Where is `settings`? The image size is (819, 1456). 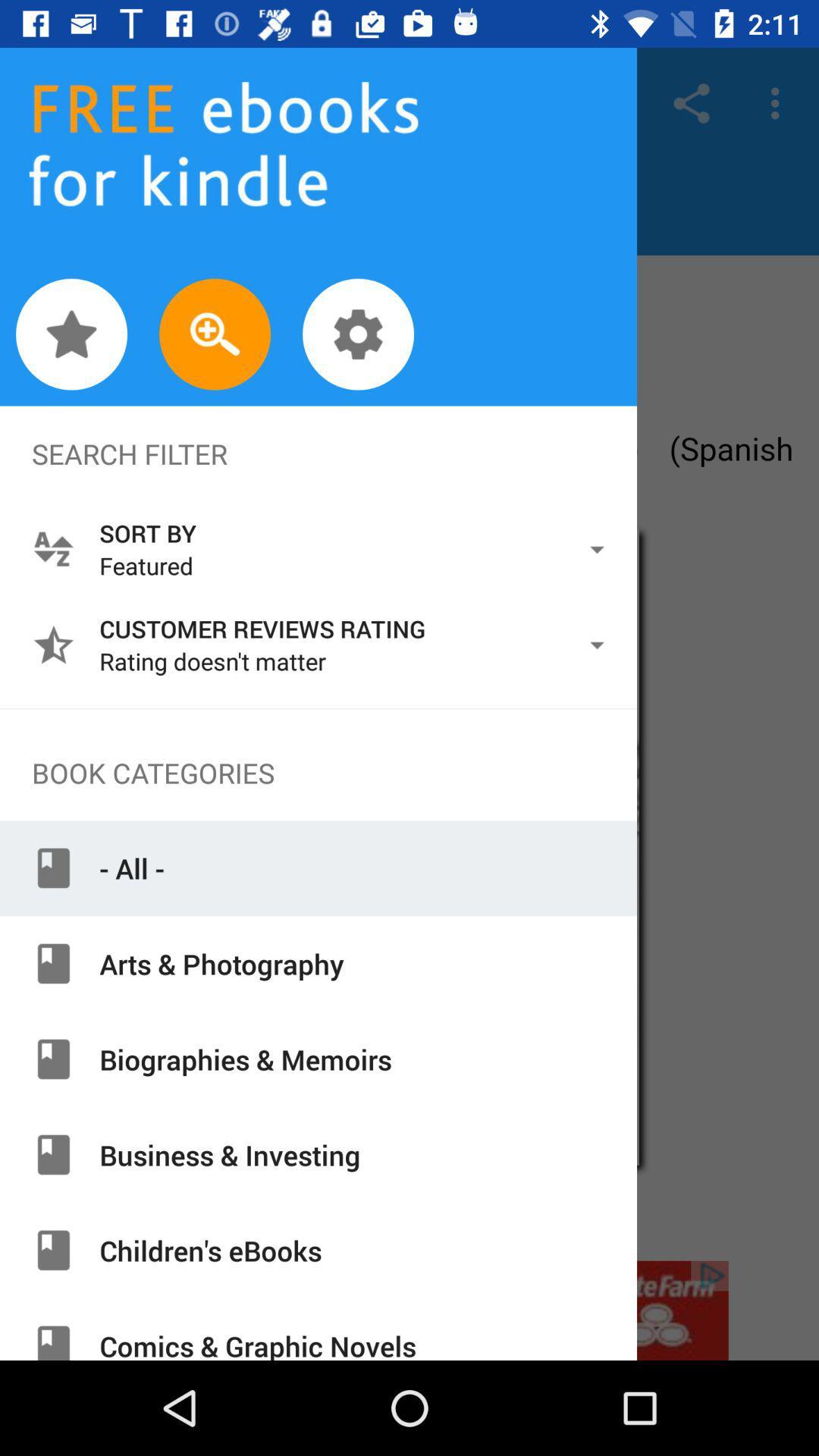 settings is located at coordinates (358, 334).